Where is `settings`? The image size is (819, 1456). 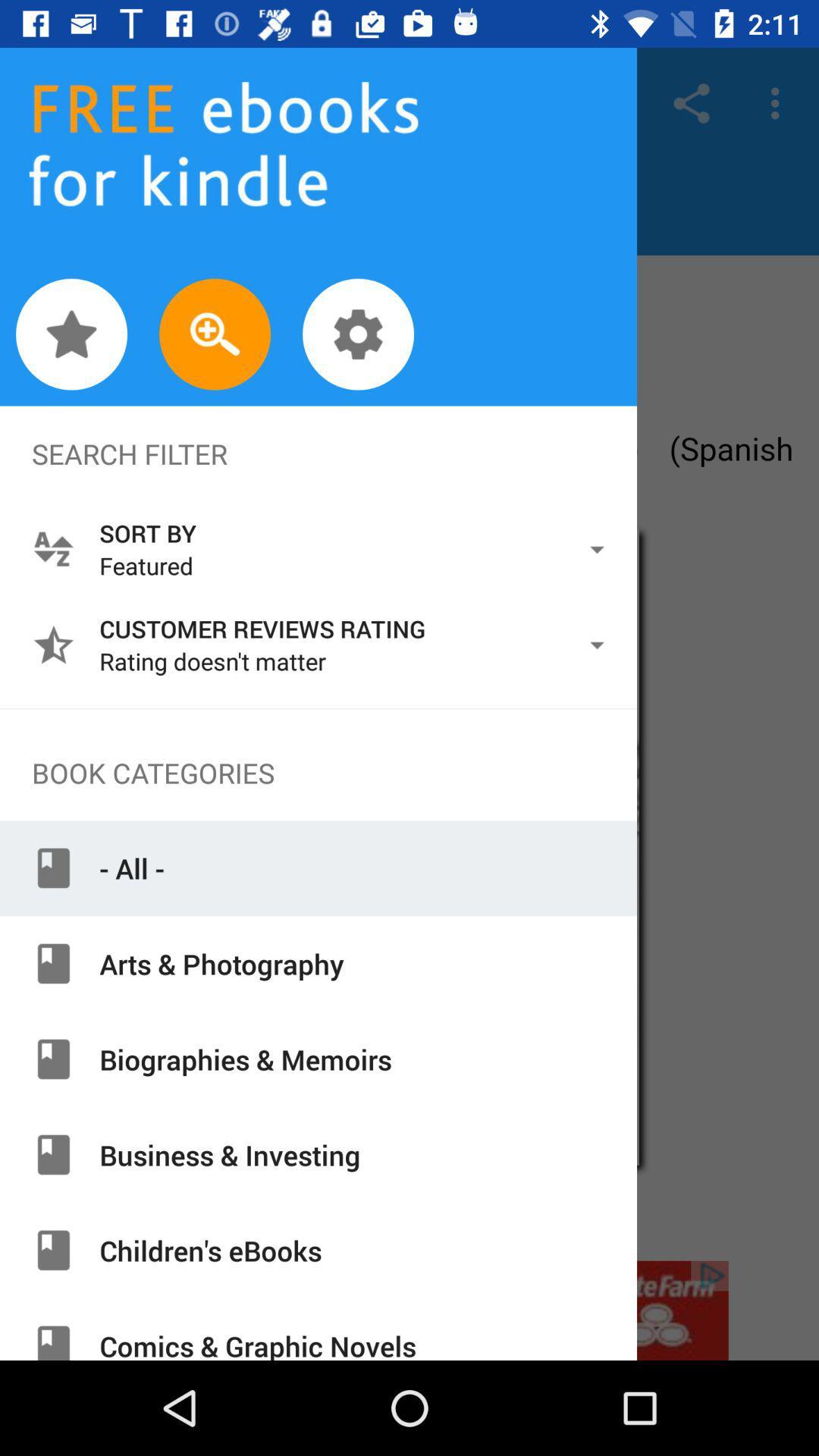 settings is located at coordinates (358, 334).